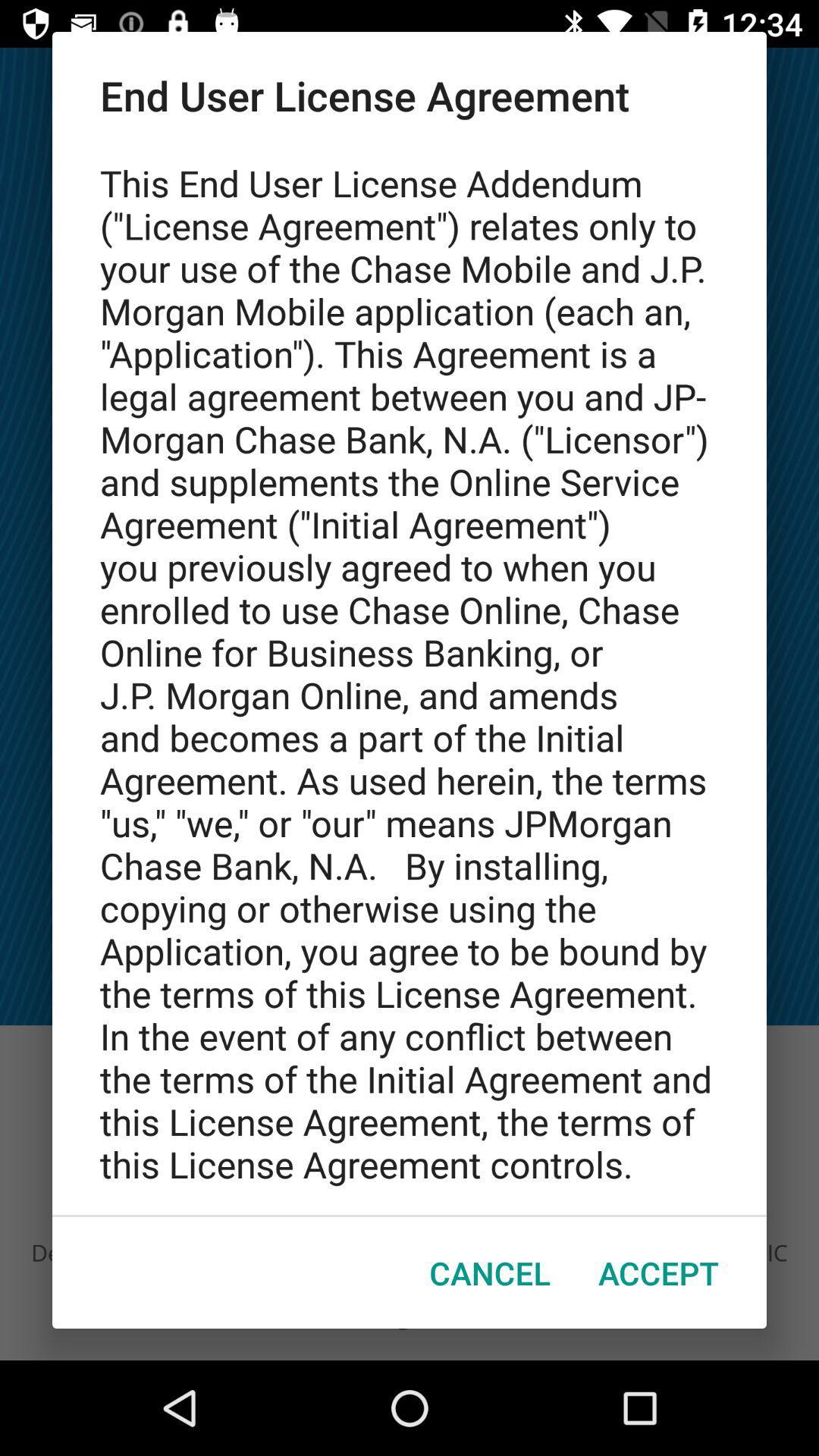 The image size is (819, 1456). Describe the element at coordinates (490, 1272) in the screenshot. I see `the item to the left of accept` at that location.